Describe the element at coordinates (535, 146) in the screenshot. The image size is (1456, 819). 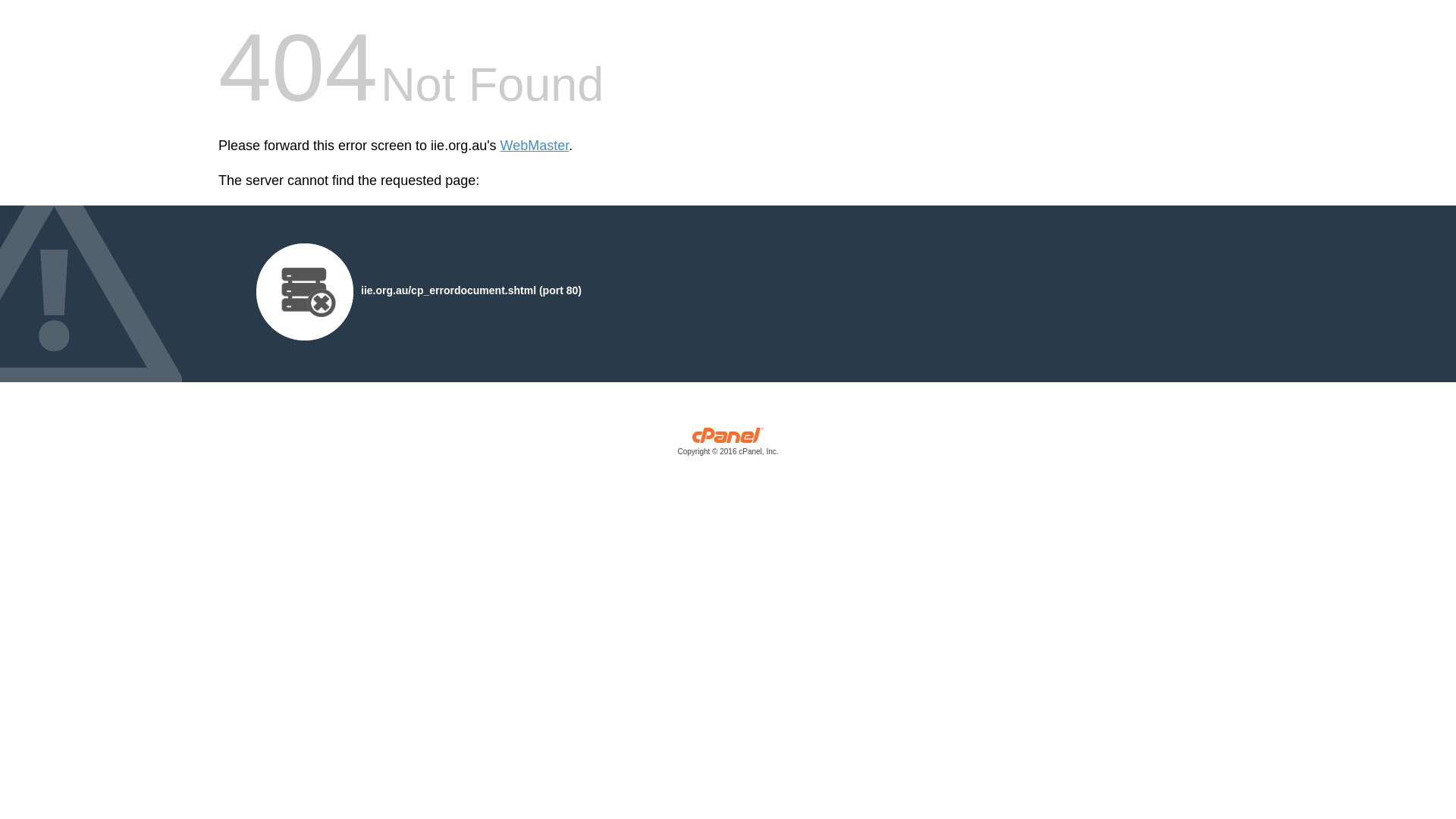
I see `'WebMaster'` at that location.